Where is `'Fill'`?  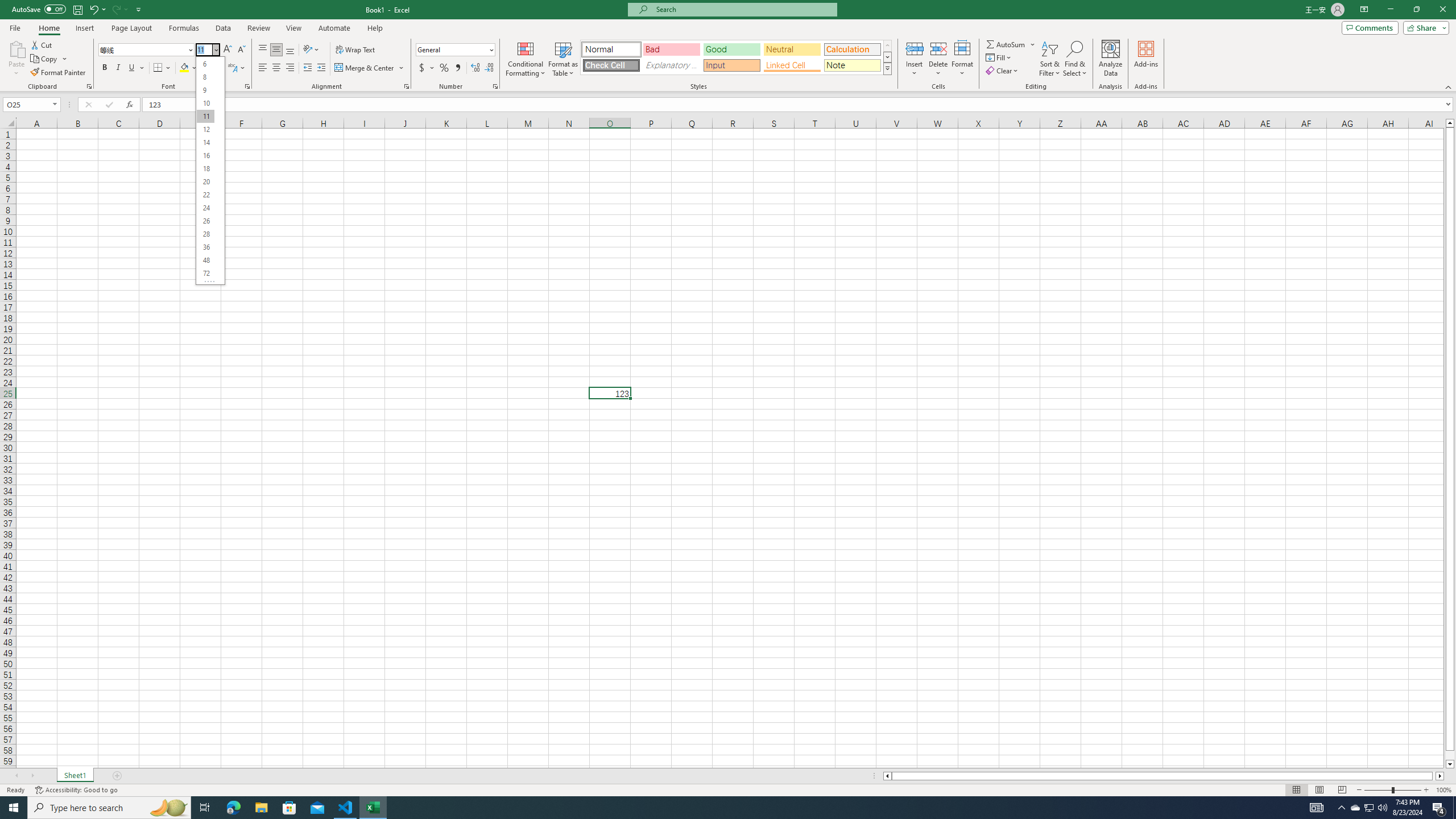 'Fill' is located at coordinates (999, 56).